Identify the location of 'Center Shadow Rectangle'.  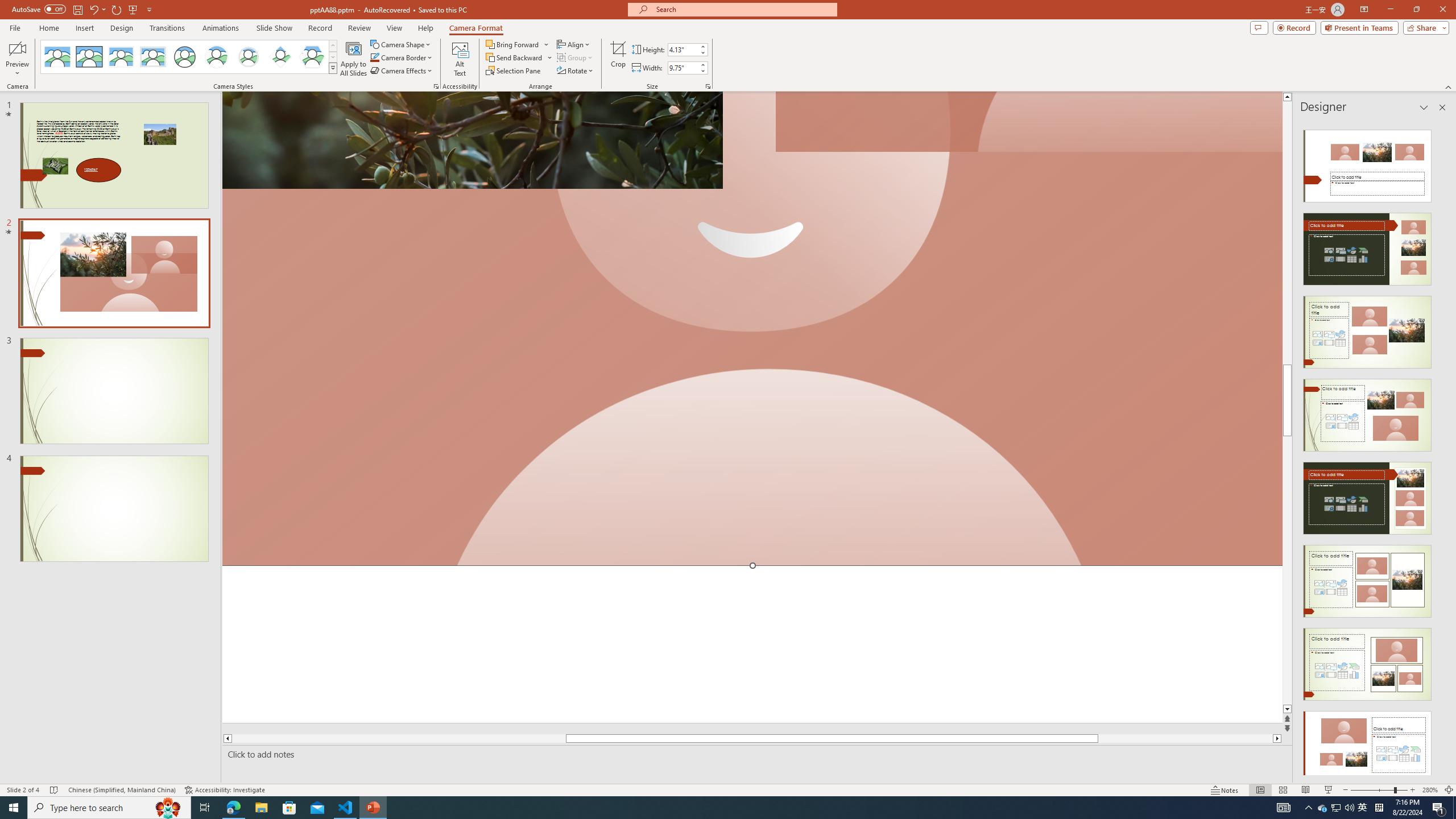
(120, 56).